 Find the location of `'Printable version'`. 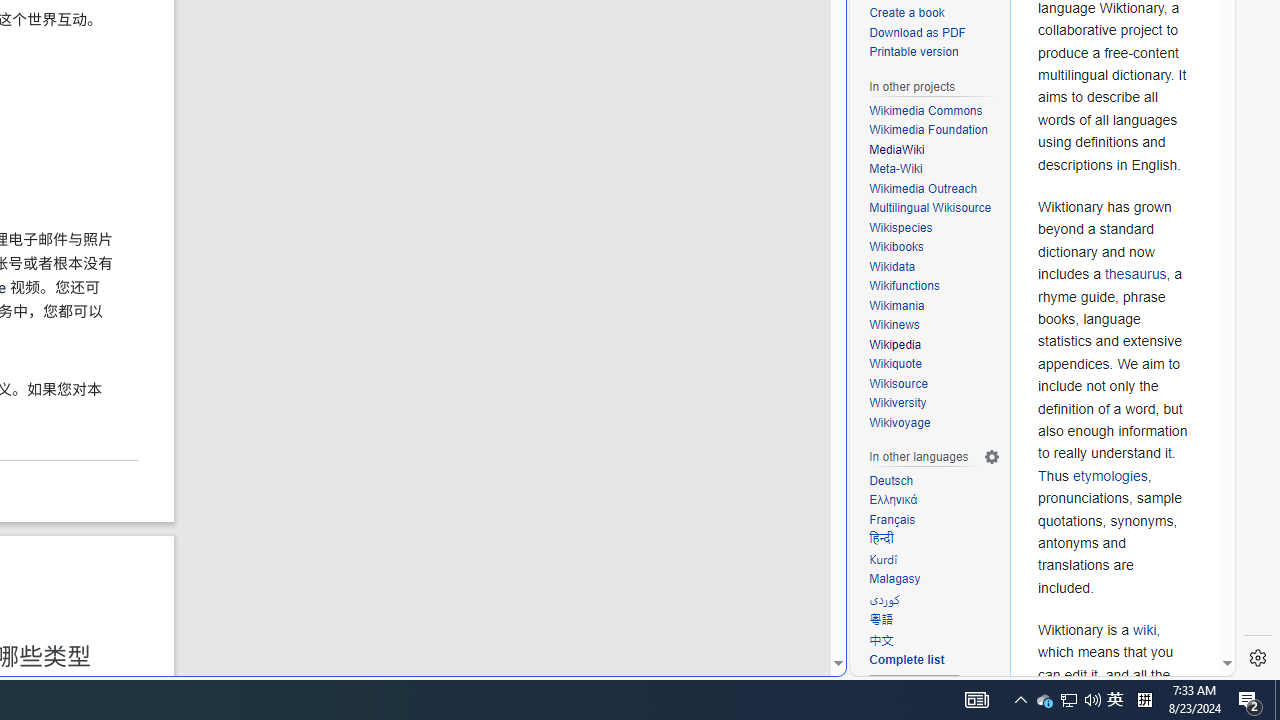

'Printable version' is located at coordinates (912, 51).